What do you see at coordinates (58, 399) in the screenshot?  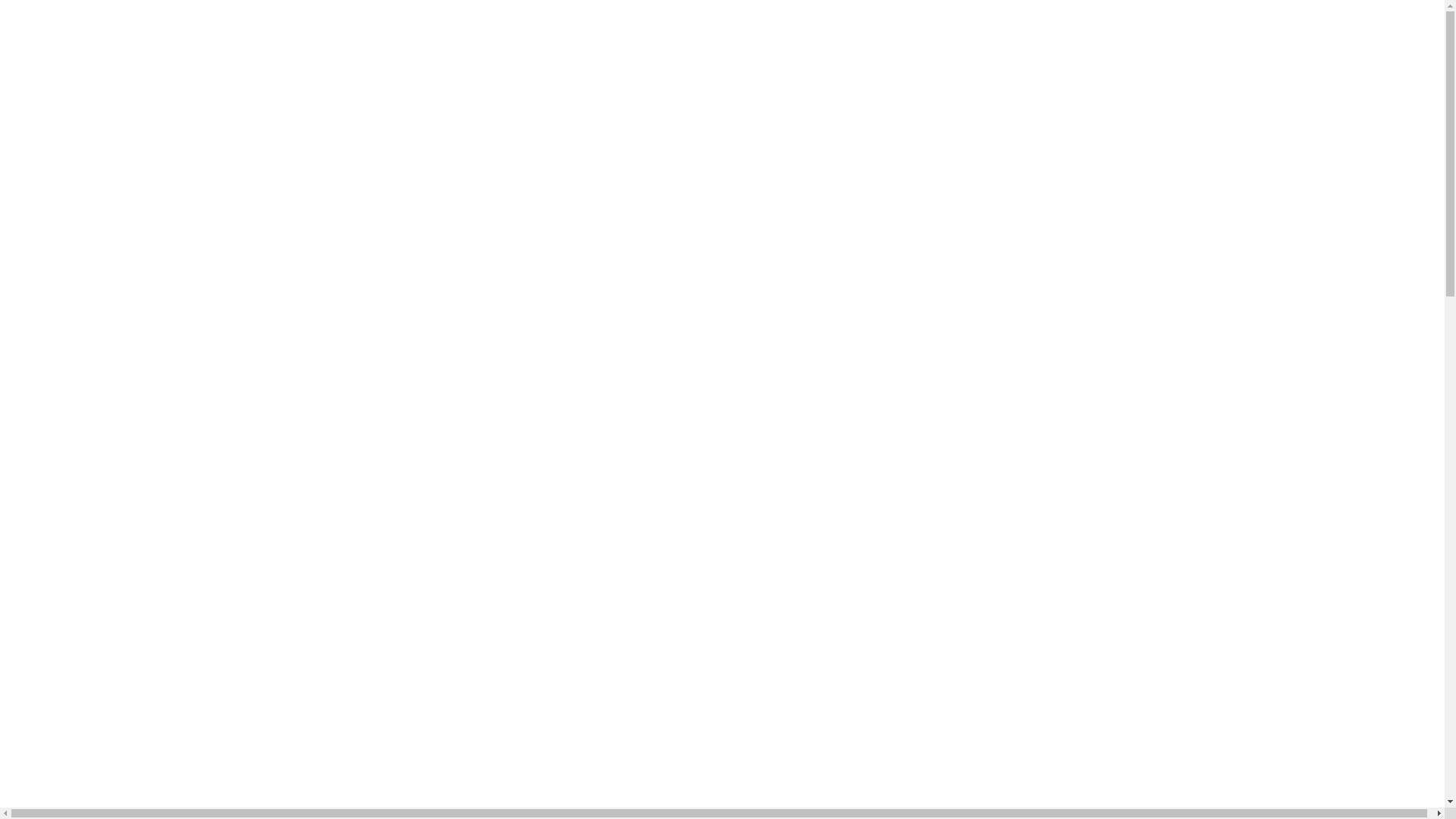 I see `'BRANDS'` at bounding box center [58, 399].